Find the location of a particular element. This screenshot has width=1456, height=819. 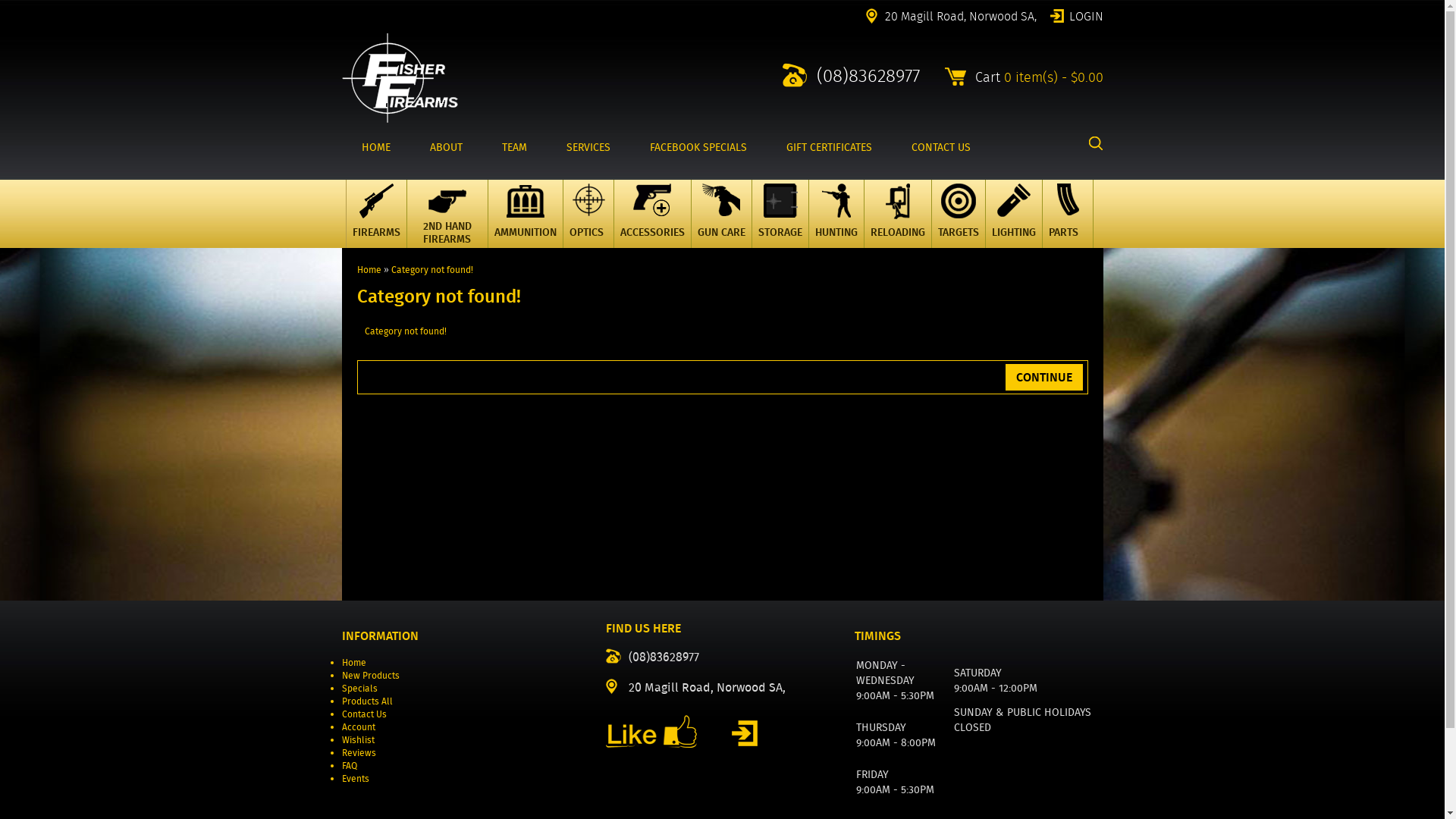

'Wishlist' is located at coordinates (356, 739).